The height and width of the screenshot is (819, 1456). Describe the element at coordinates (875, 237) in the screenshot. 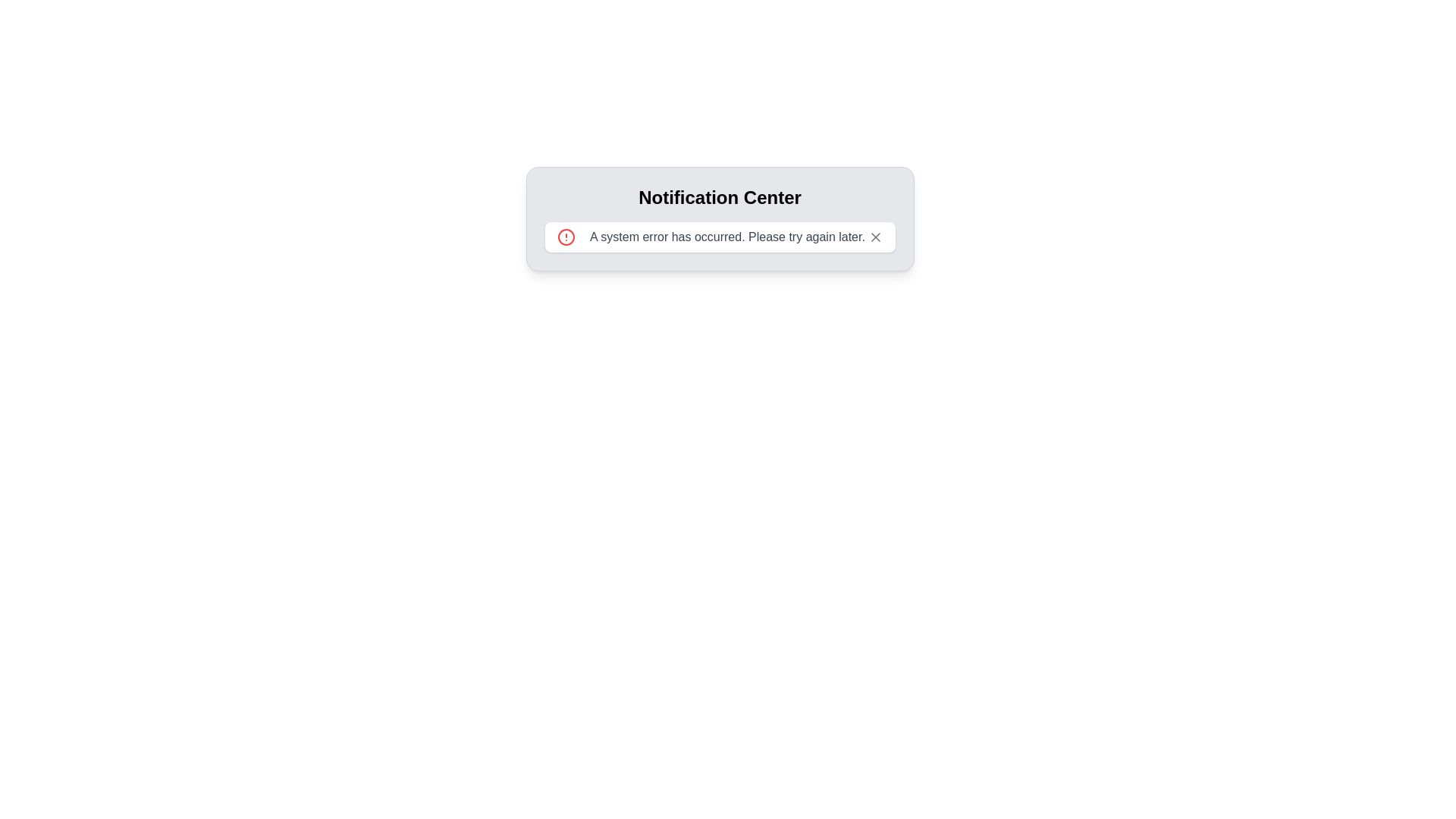

I see `the close icon (SVG graphic) that serves as a visual indicator for dismissing the associated error notification, located at the end of the error message text within the notification box` at that location.